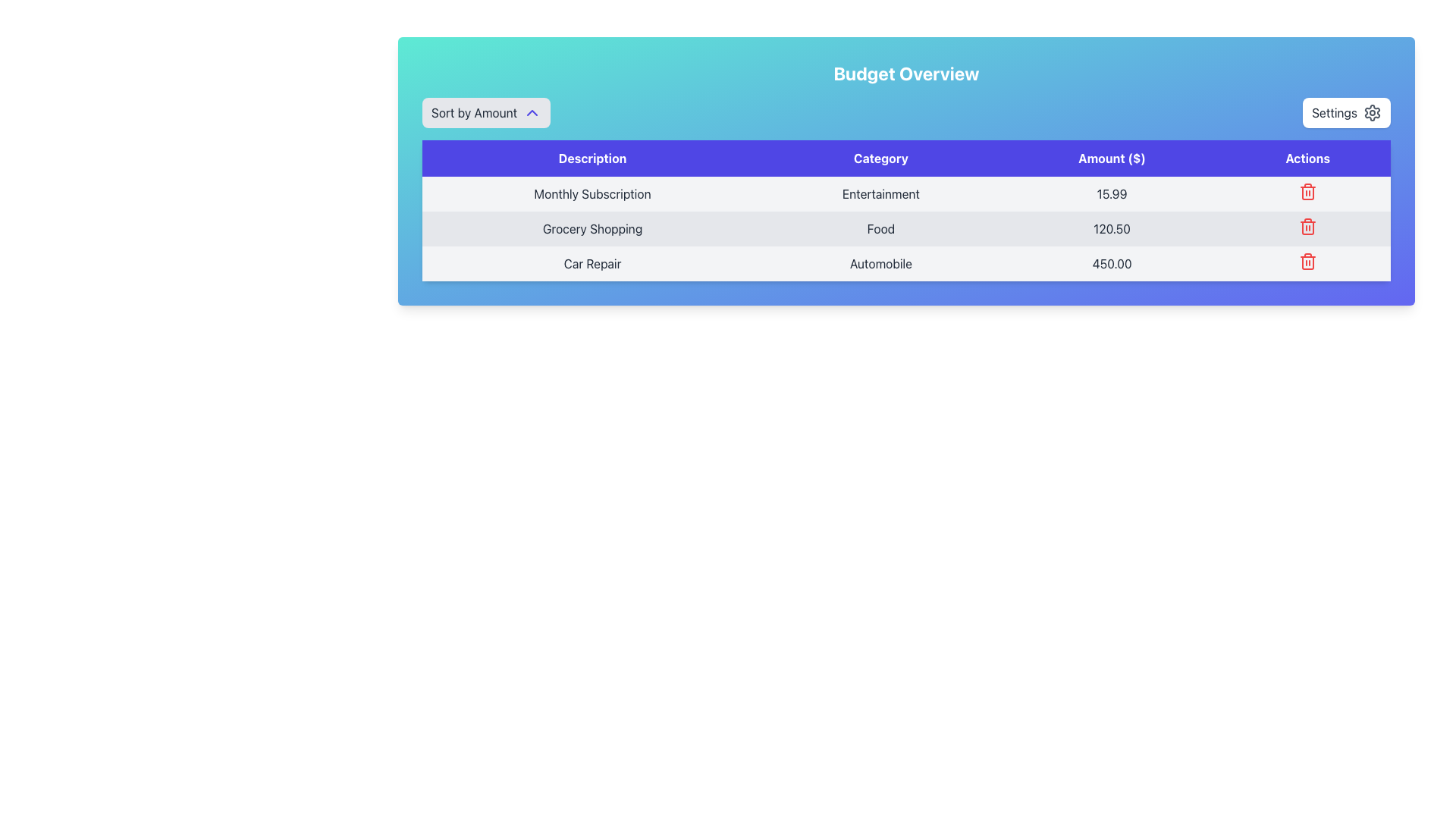  What do you see at coordinates (906, 262) in the screenshot?
I see `the third row of the financial data table containing 'Car Repair', 'Automobile', and '450.00' for additional options` at bounding box center [906, 262].